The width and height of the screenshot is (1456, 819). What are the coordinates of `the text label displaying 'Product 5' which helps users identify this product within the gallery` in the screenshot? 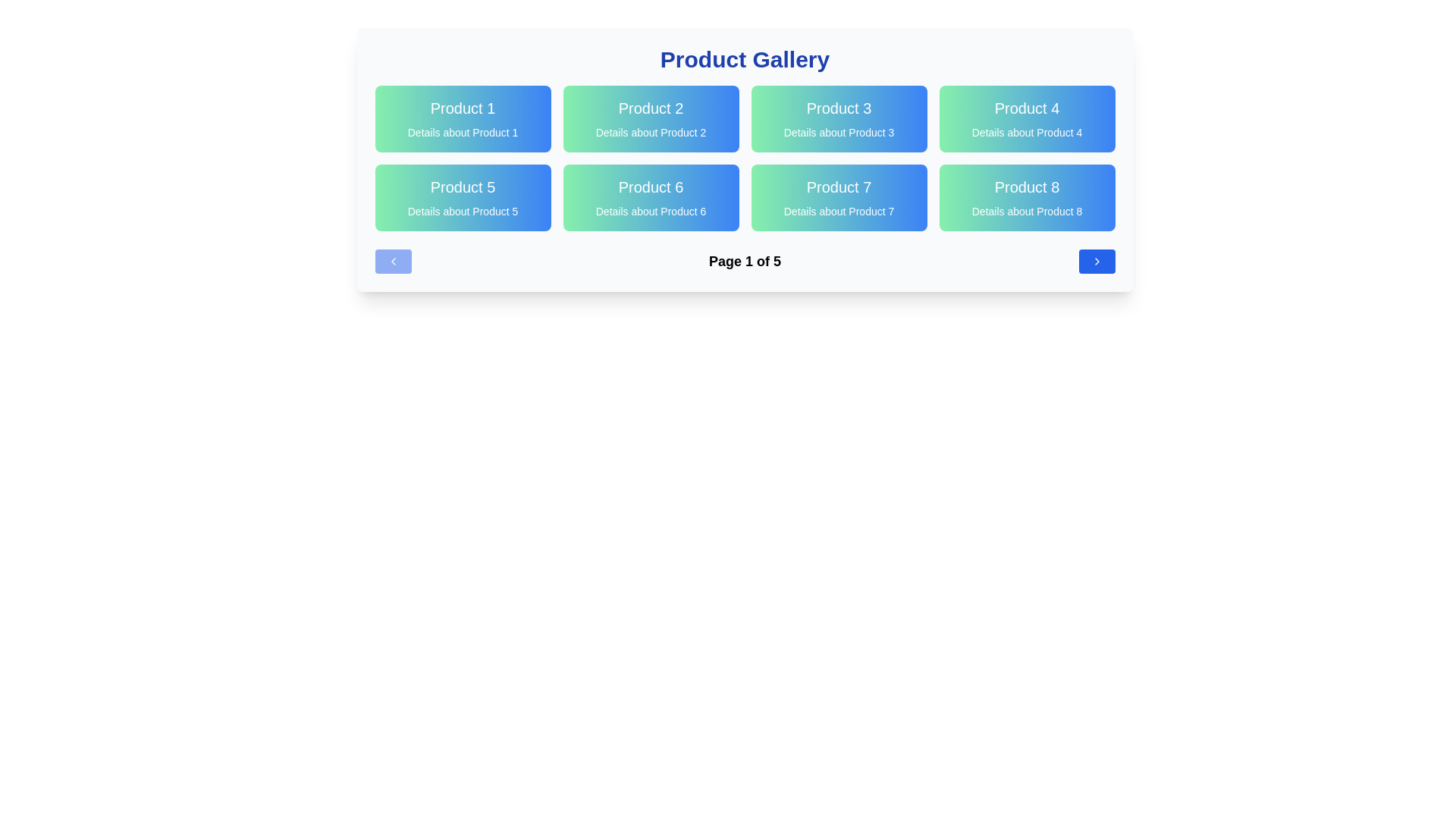 It's located at (462, 186).